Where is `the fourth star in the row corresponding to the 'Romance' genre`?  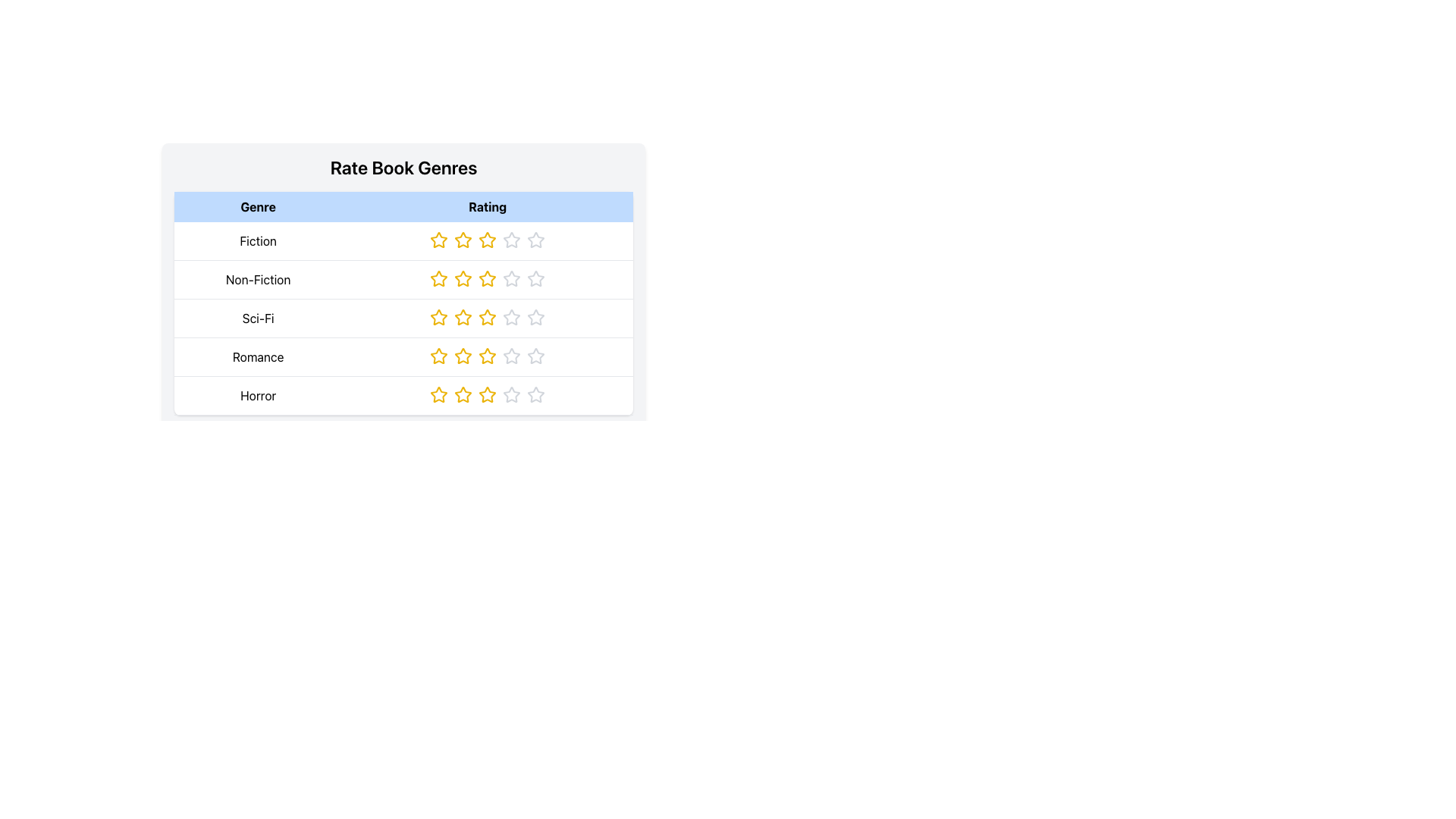
the fourth star in the row corresponding to the 'Romance' genre is located at coordinates (512, 356).